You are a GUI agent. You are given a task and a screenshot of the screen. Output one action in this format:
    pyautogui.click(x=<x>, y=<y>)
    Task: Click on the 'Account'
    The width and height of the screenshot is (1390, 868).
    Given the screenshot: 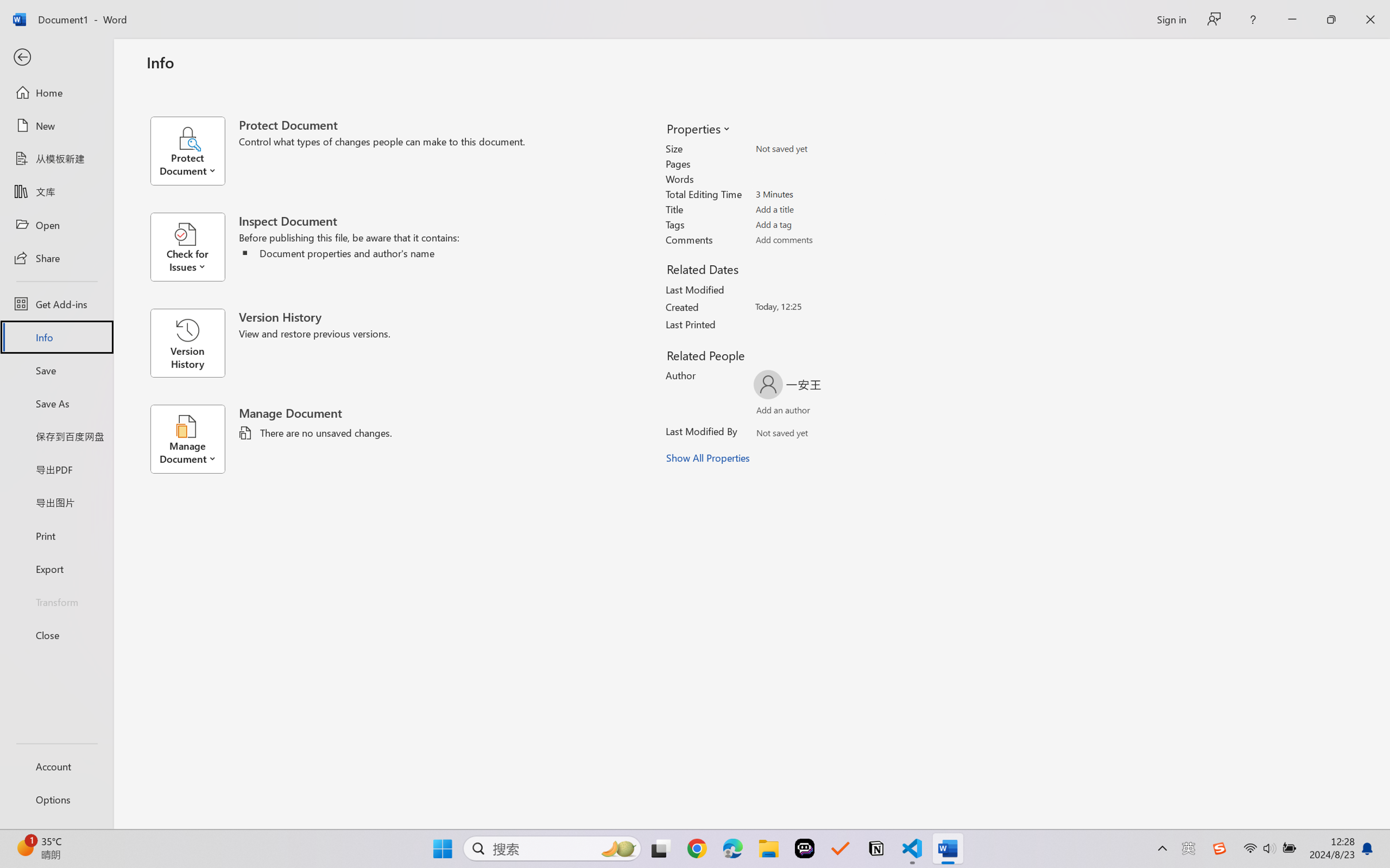 What is the action you would take?
    pyautogui.click(x=56, y=766)
    